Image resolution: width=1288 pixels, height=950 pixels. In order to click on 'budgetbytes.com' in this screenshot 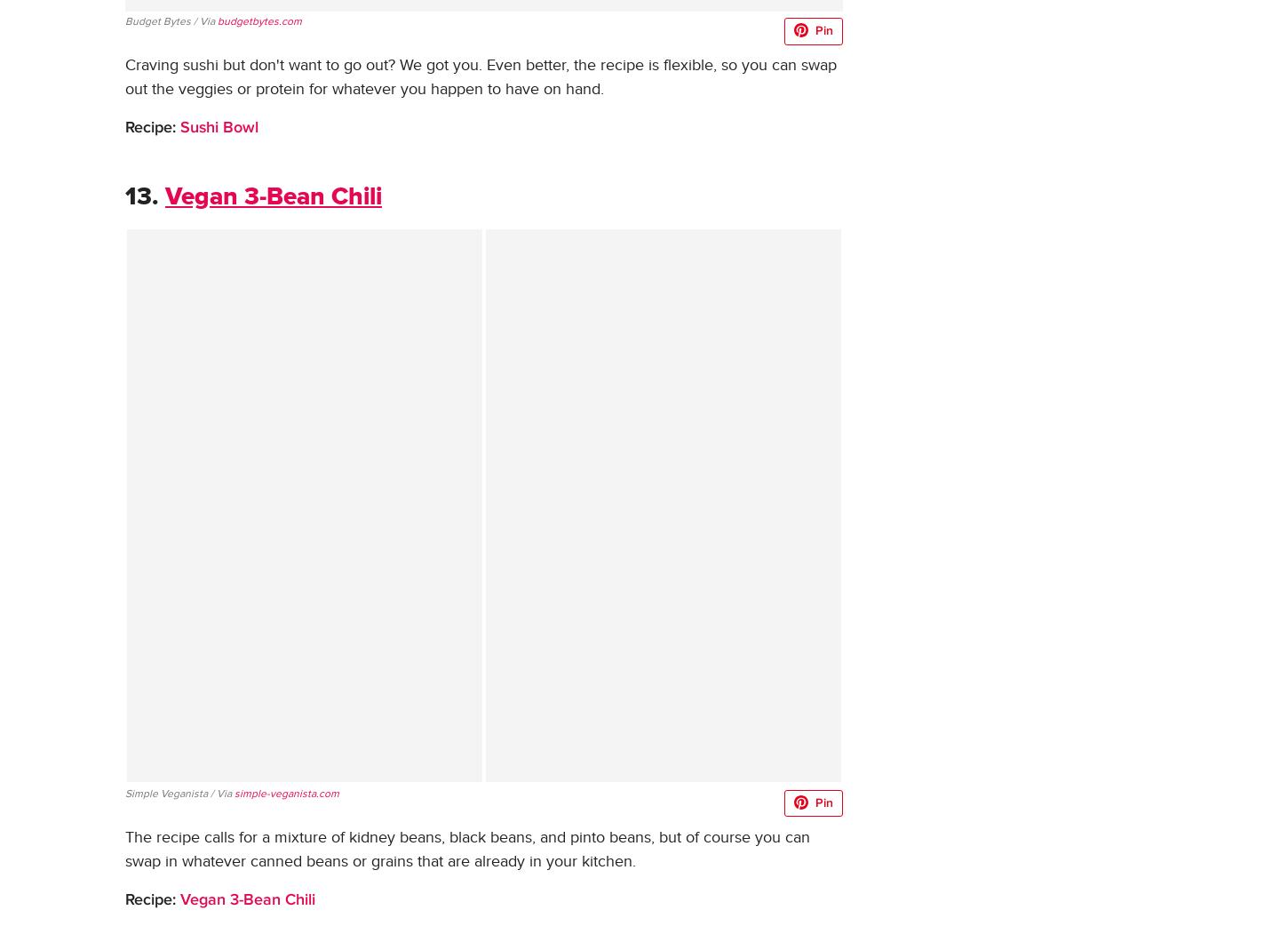, I will do `click(259, 19)`.